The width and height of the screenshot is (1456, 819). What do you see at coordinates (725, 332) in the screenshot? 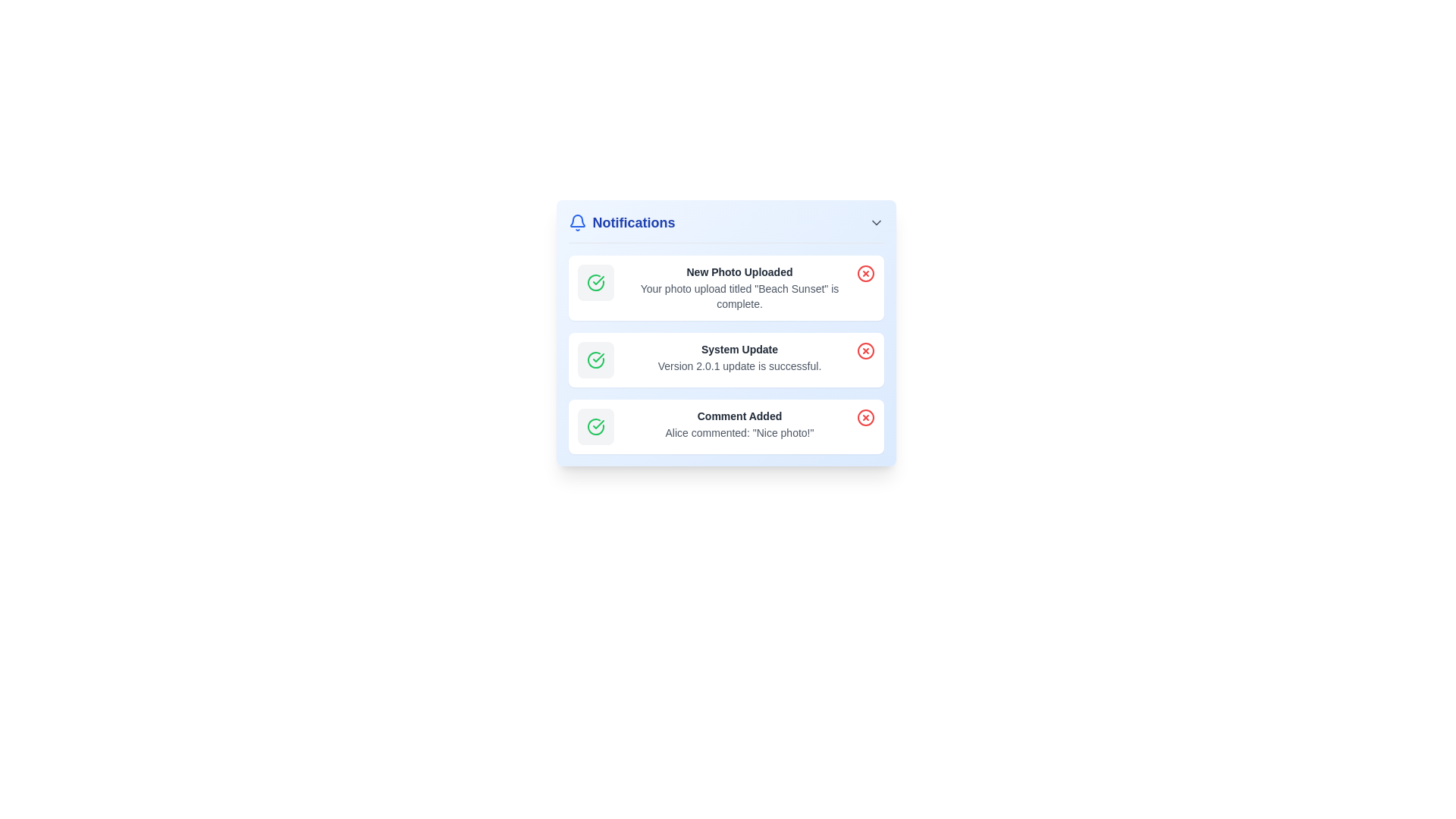
I see `the Notification Card, which has a soft blue gradient background and is the second item in the notifications panel` at bounding box center [725, 332].